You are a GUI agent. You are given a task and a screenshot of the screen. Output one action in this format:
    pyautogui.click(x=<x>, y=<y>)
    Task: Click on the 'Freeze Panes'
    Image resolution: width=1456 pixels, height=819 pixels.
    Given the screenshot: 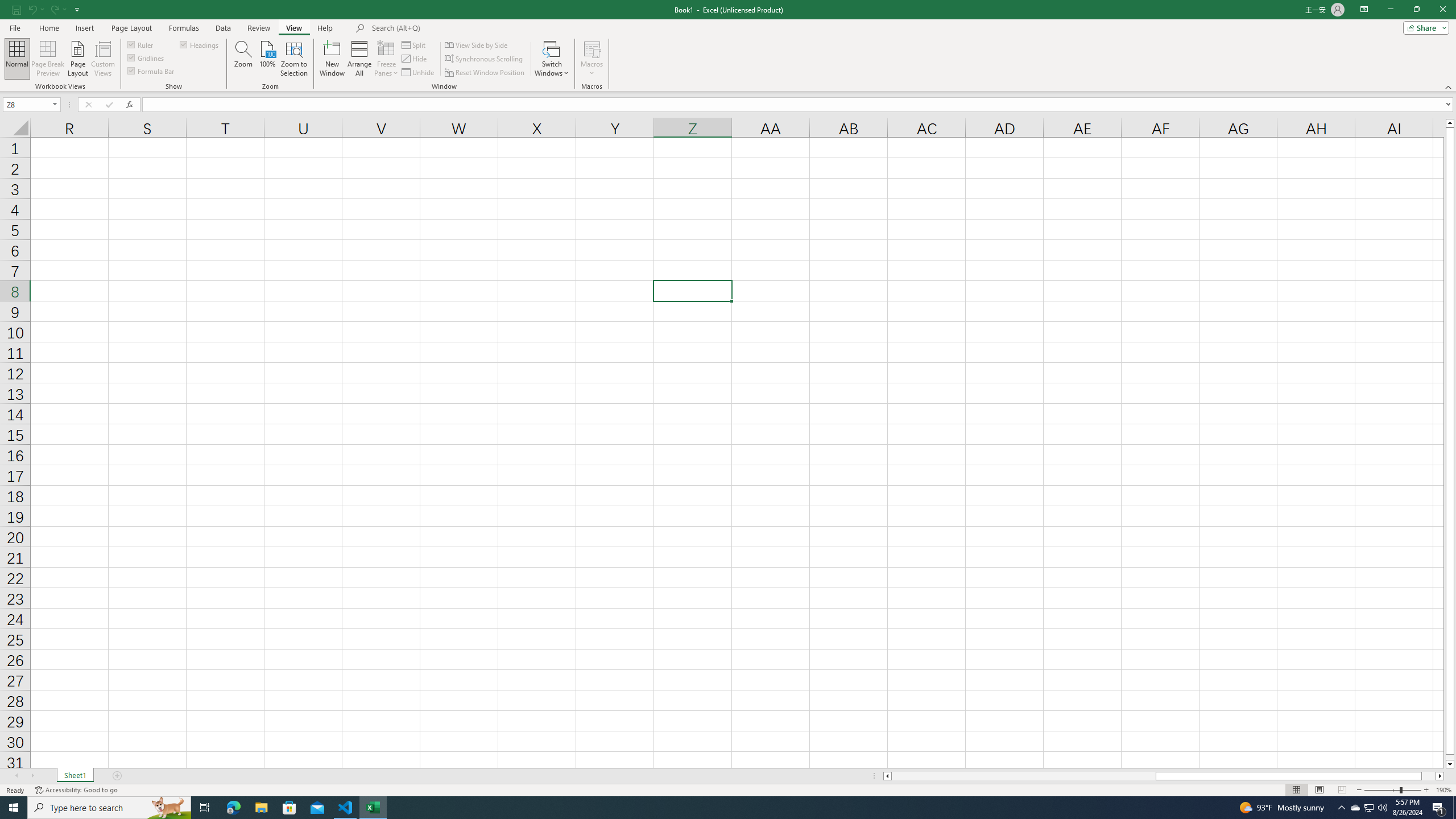 What is the action you would take?
    pyautogui.click(x=386, y=59)
    